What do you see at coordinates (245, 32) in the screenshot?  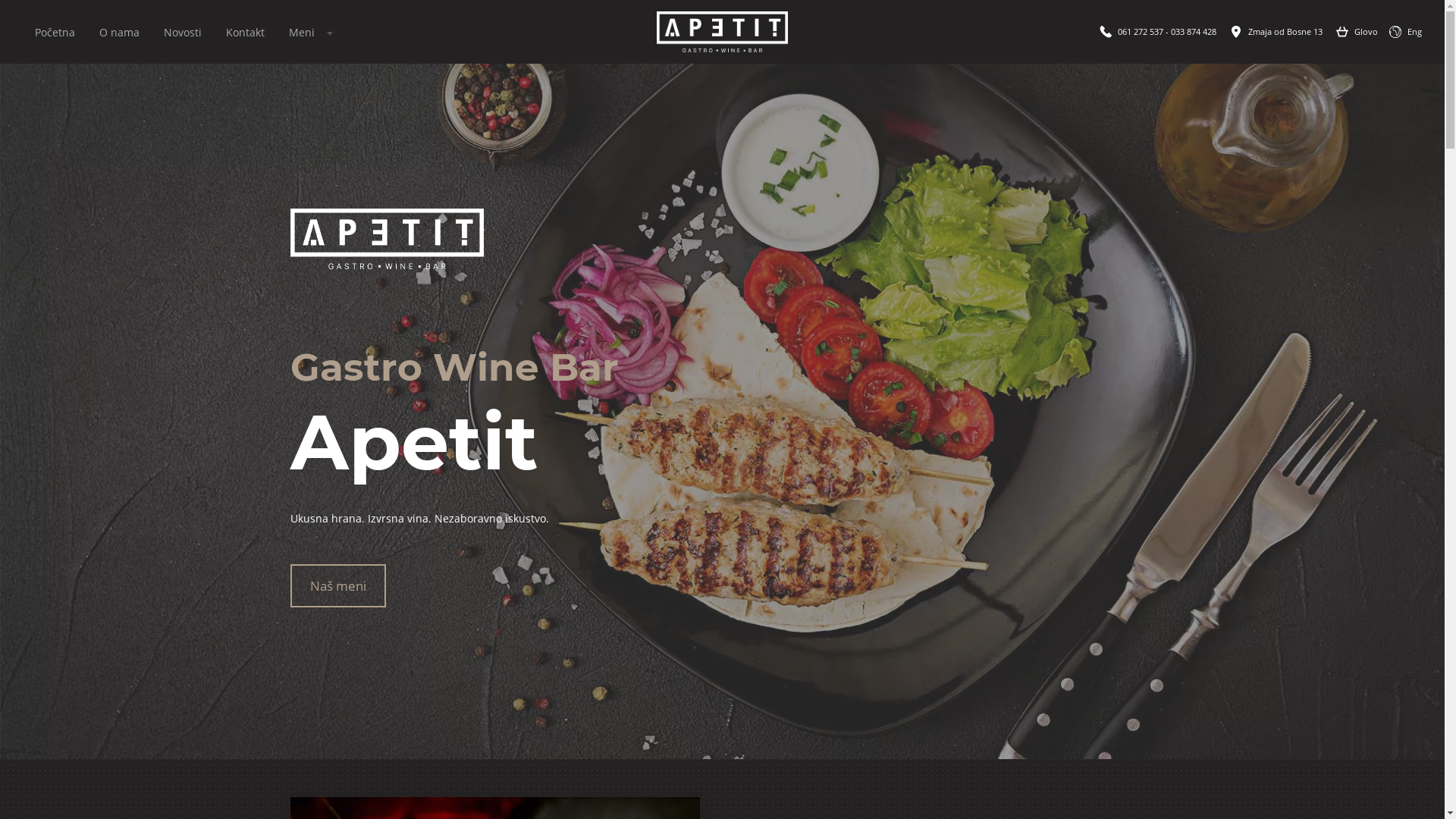 I see `'Kontakt'` at bounding box center [245, 32].